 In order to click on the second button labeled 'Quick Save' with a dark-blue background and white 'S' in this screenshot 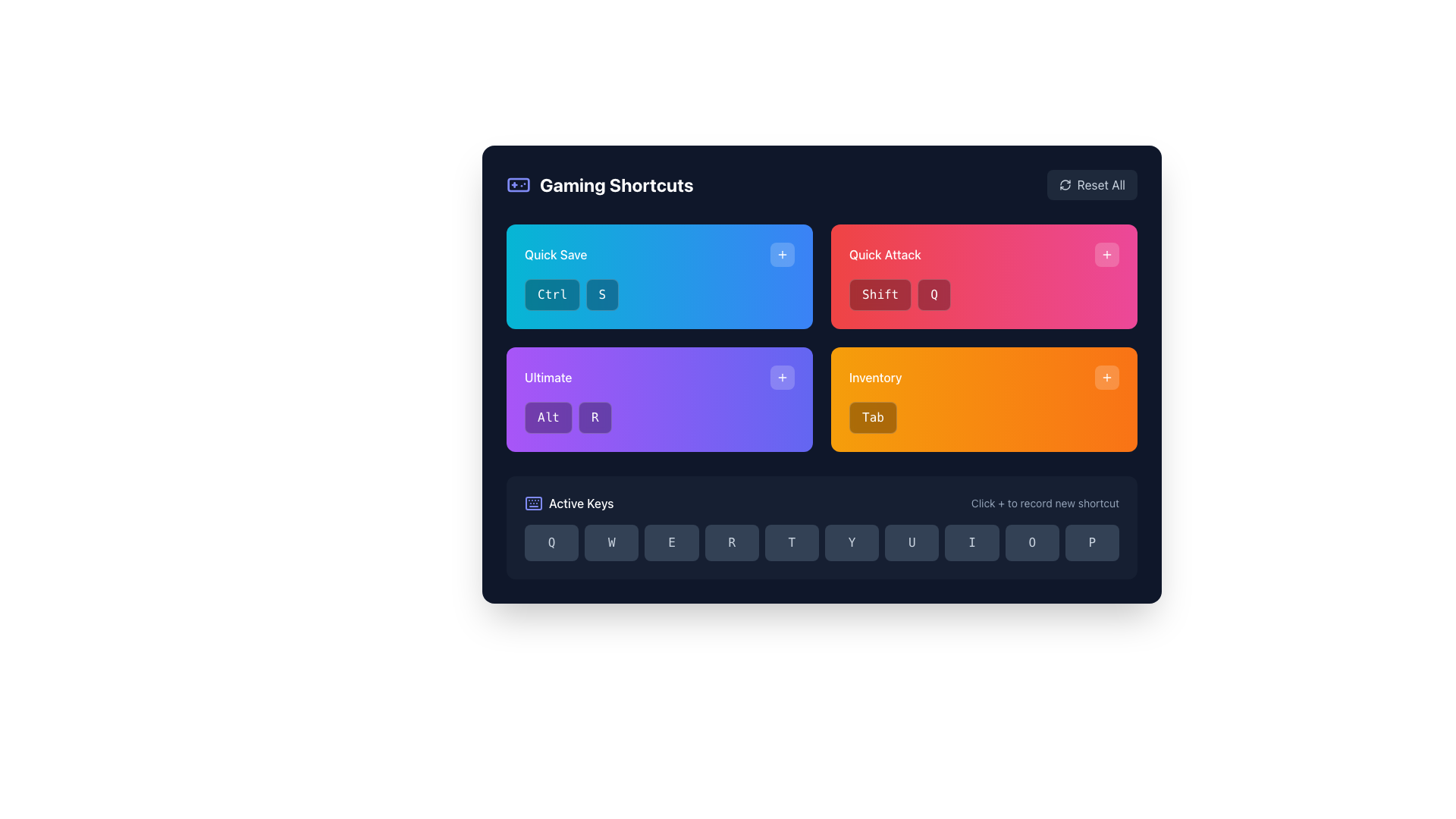, I will do `click(601, 295)`.